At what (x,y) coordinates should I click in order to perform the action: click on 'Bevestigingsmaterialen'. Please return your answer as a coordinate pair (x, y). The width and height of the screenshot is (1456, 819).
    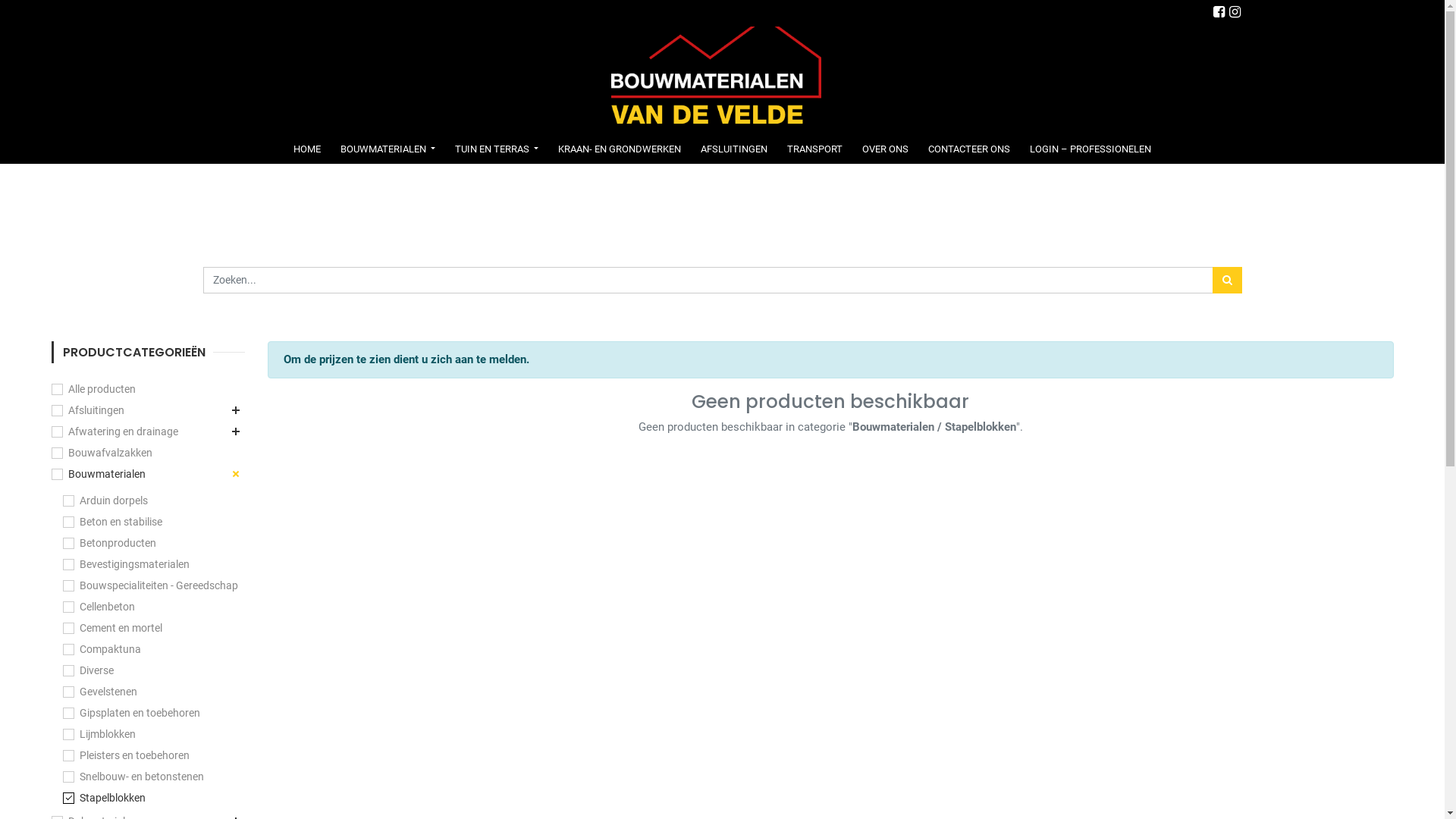
    Looking at the image, I should click on (61, 564).